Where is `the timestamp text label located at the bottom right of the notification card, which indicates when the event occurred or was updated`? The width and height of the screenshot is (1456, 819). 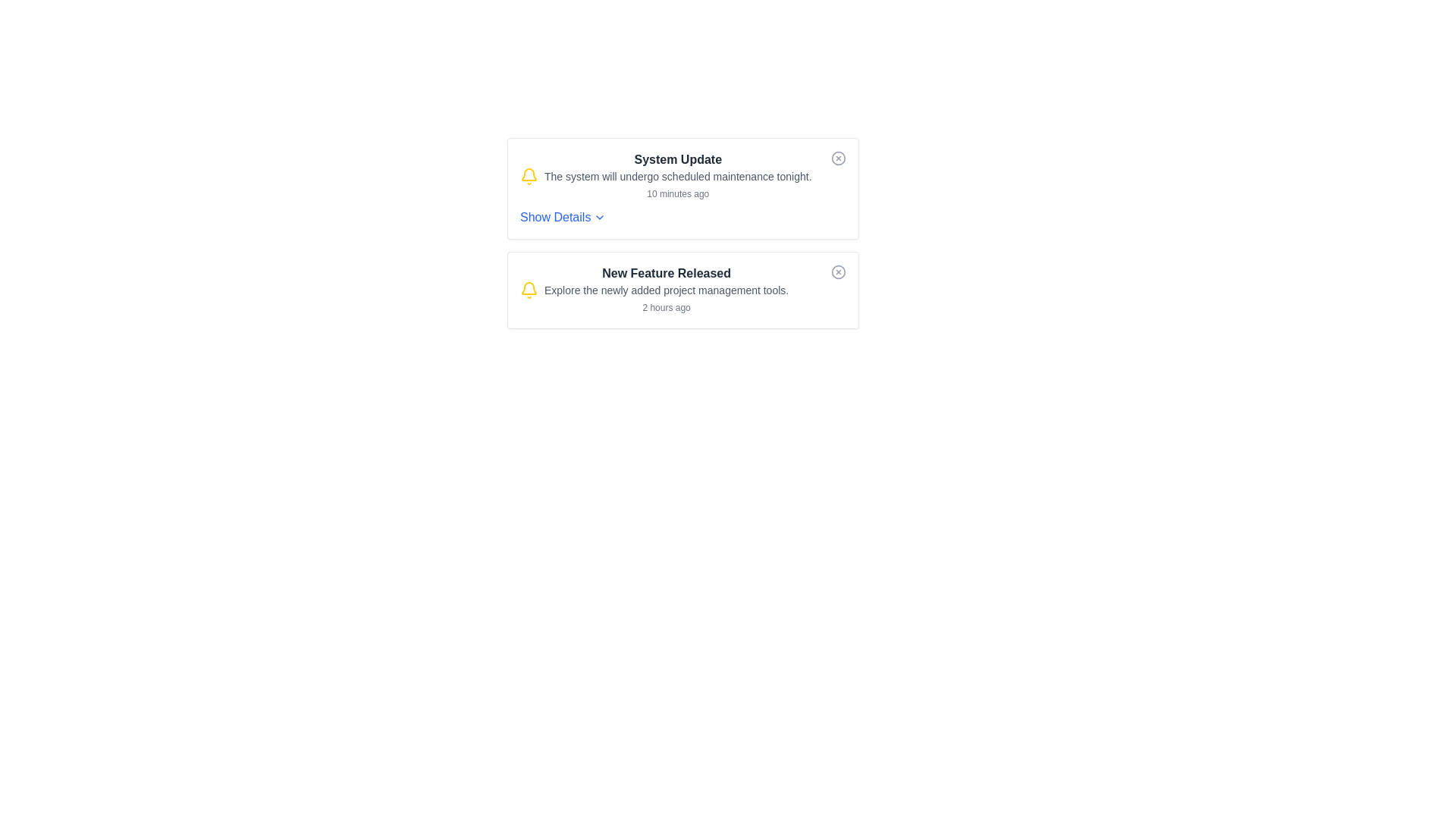
the timestamp text label located at the bottom right of the notification card, which indicates when the event occurred or was updated is located at coordinates (677, 193).